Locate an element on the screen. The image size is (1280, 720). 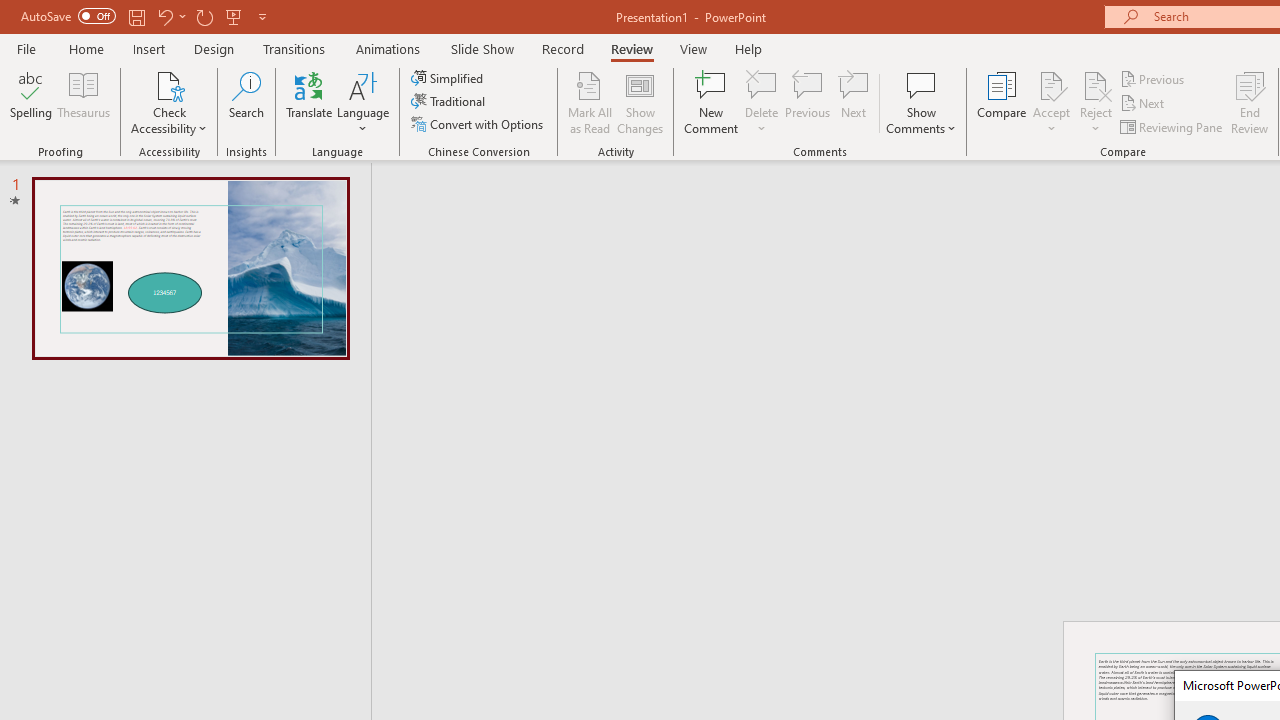
'Compare' is located at coordinates (1002, 103).